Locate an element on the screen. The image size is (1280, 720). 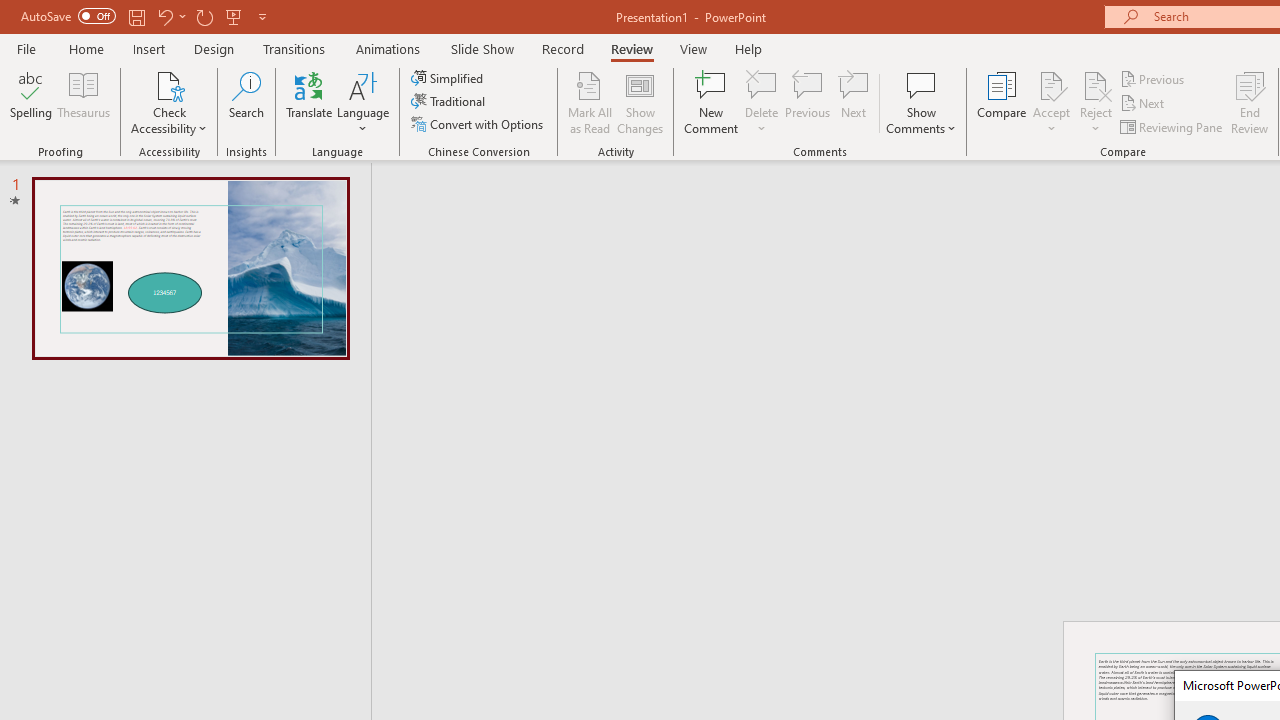
'Compare' is located at coordinates (1002, 103).